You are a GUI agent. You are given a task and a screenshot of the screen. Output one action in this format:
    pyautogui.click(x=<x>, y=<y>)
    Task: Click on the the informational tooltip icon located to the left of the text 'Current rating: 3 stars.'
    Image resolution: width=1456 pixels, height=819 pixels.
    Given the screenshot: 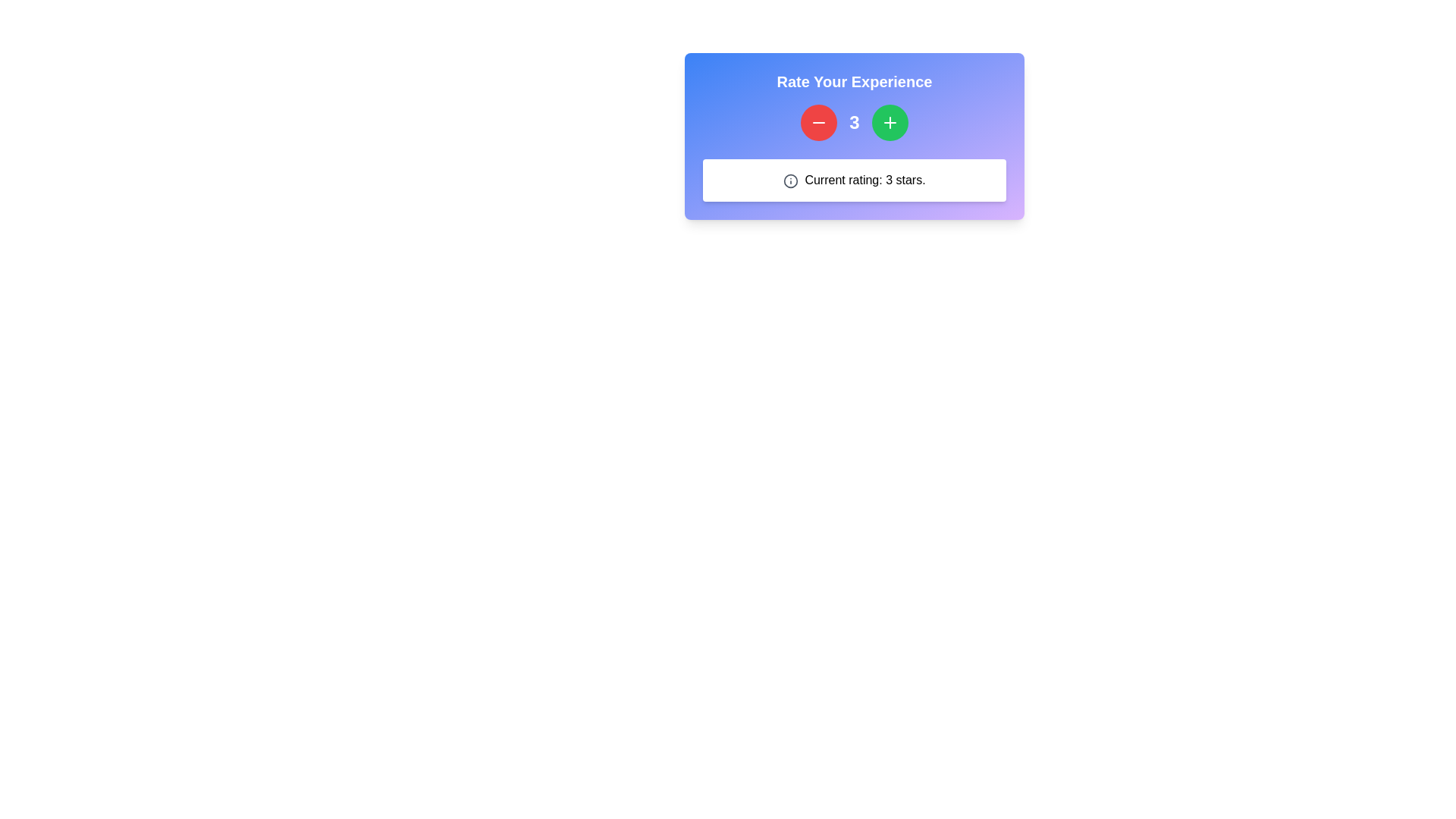 What is the action you would take?
    pyautogui.click(x=790, y=180)
    